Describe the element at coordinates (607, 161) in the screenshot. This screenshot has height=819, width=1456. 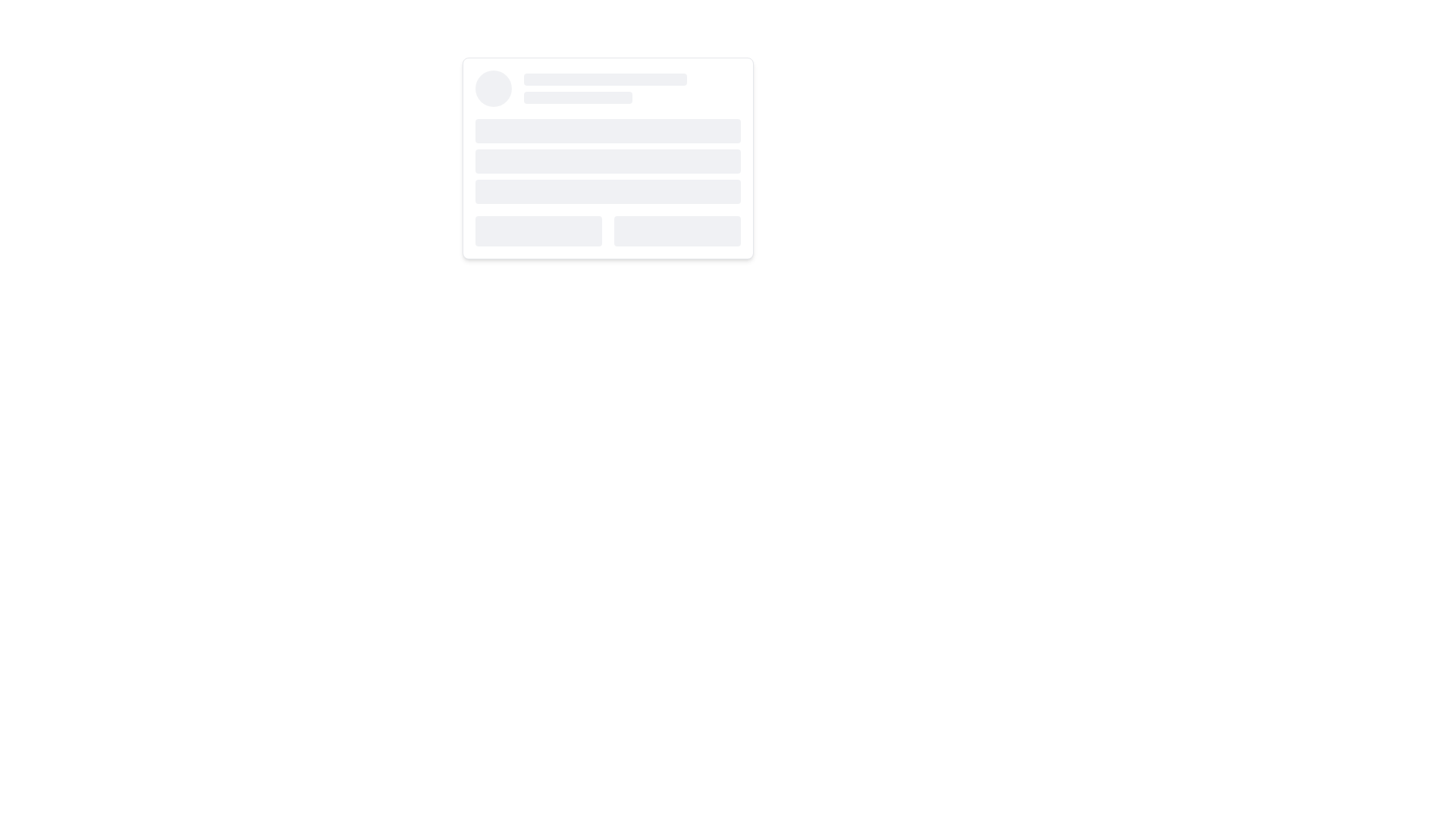
I see `the second animated loading placeholder, which is a horizontally elongated rectangular element with rounded corners and a light gray color, positioned in the middle of a vertically aligned group of three placeholders` at that location.